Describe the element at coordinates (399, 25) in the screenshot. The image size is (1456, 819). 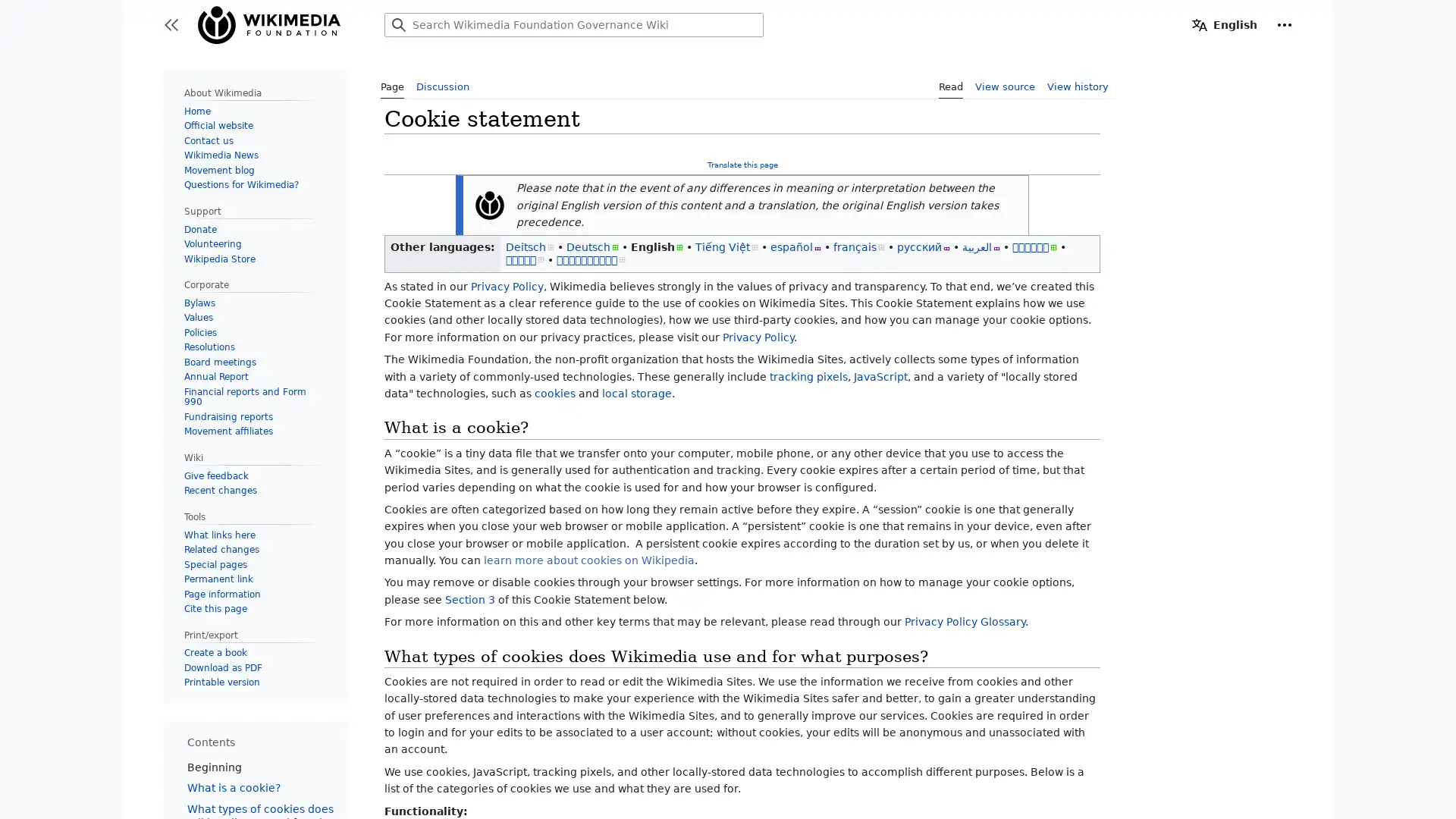
I see `Search` at that location.